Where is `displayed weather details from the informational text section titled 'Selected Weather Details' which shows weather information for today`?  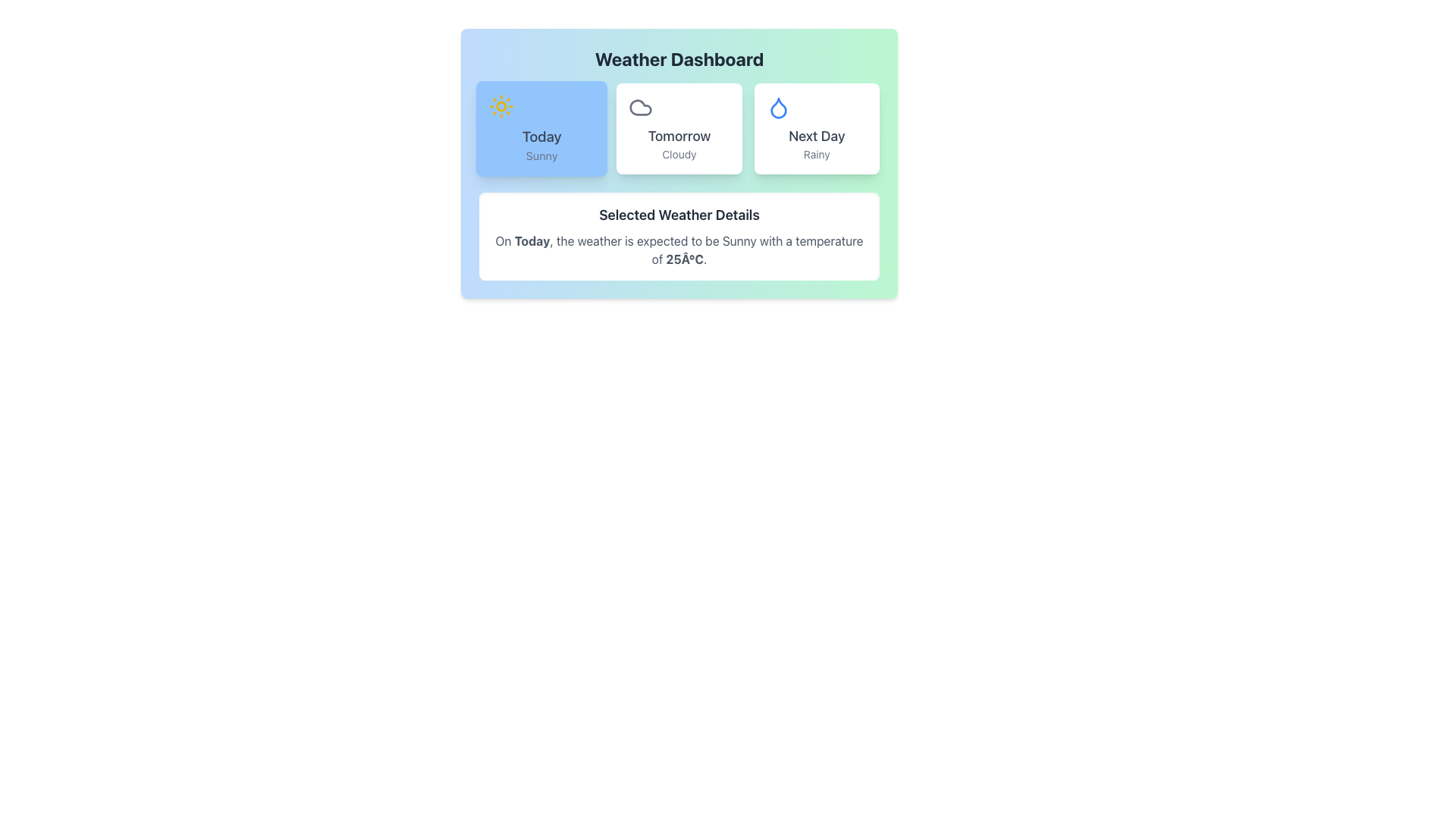
displayed weather details from the informational text section titled 'Selected Weather Details' which shows weather information for today is located at coordinates (679, 237).